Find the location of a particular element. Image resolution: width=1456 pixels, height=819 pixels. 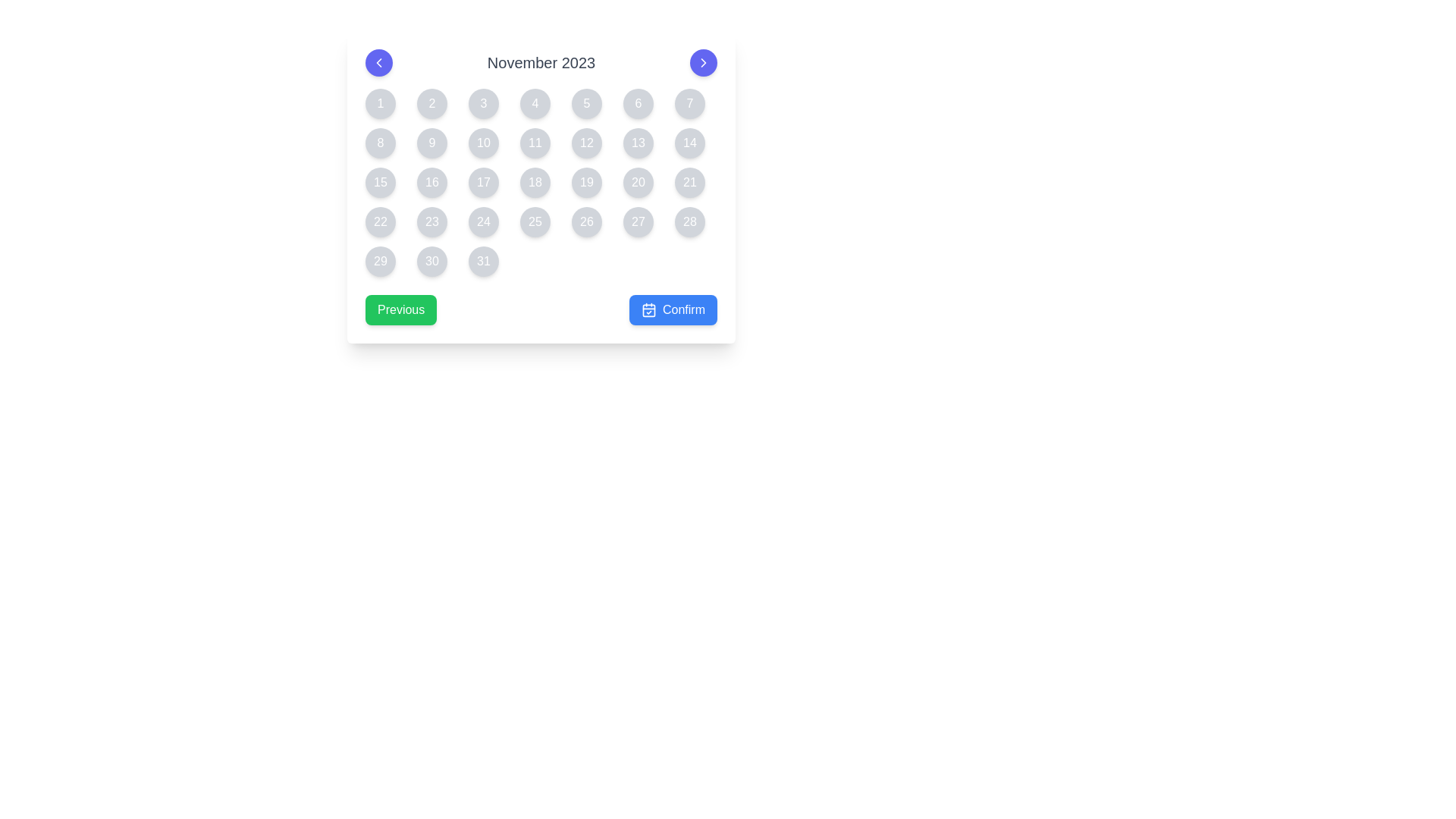

the 'Confirm' text label displayed in white on a blue rectangular button located at the lower right corner of the calendar interface is located at coordinates (683, 309).